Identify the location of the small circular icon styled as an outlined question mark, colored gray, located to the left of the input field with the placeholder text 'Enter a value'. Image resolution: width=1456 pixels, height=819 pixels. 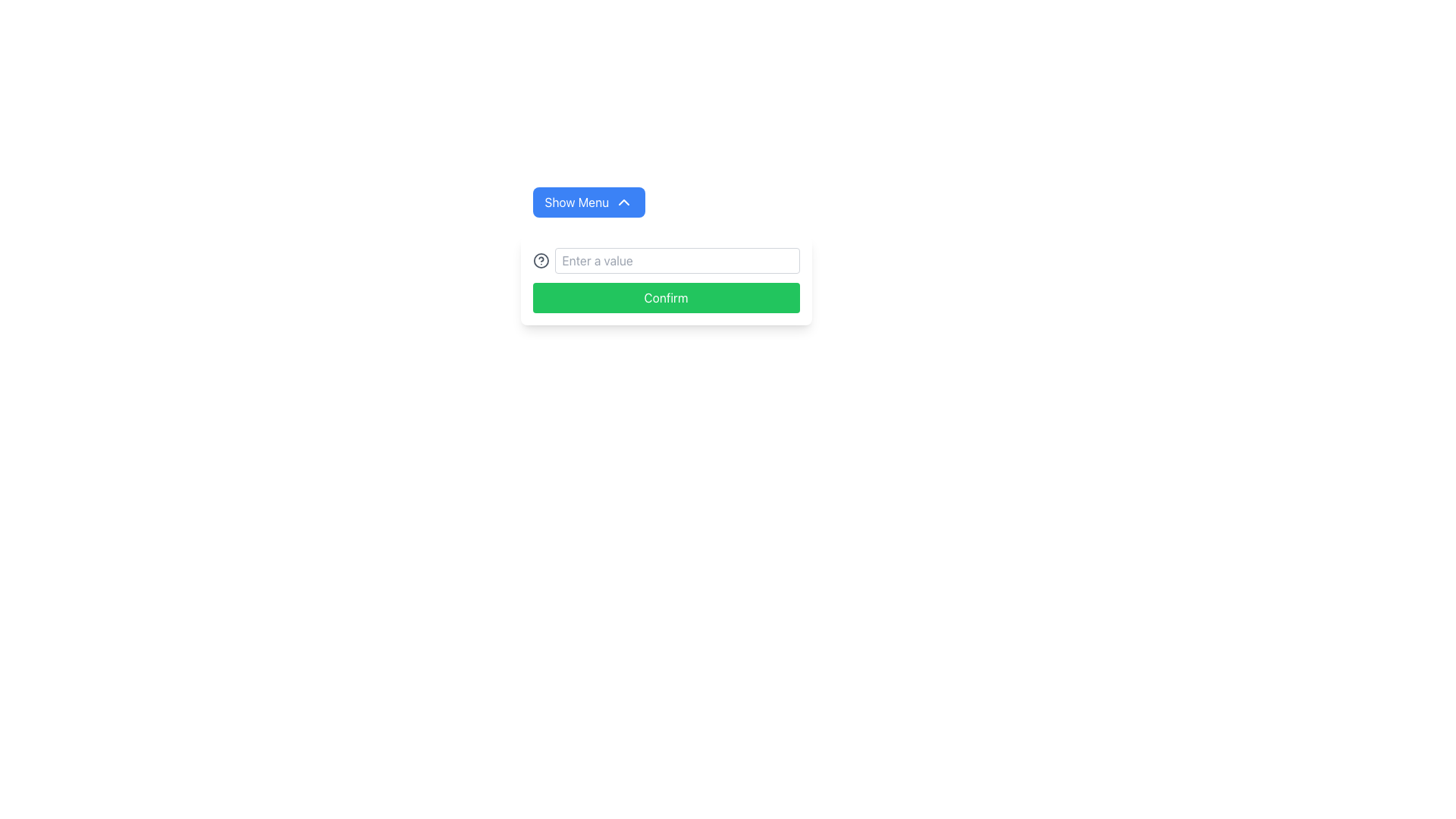
(541, 259).